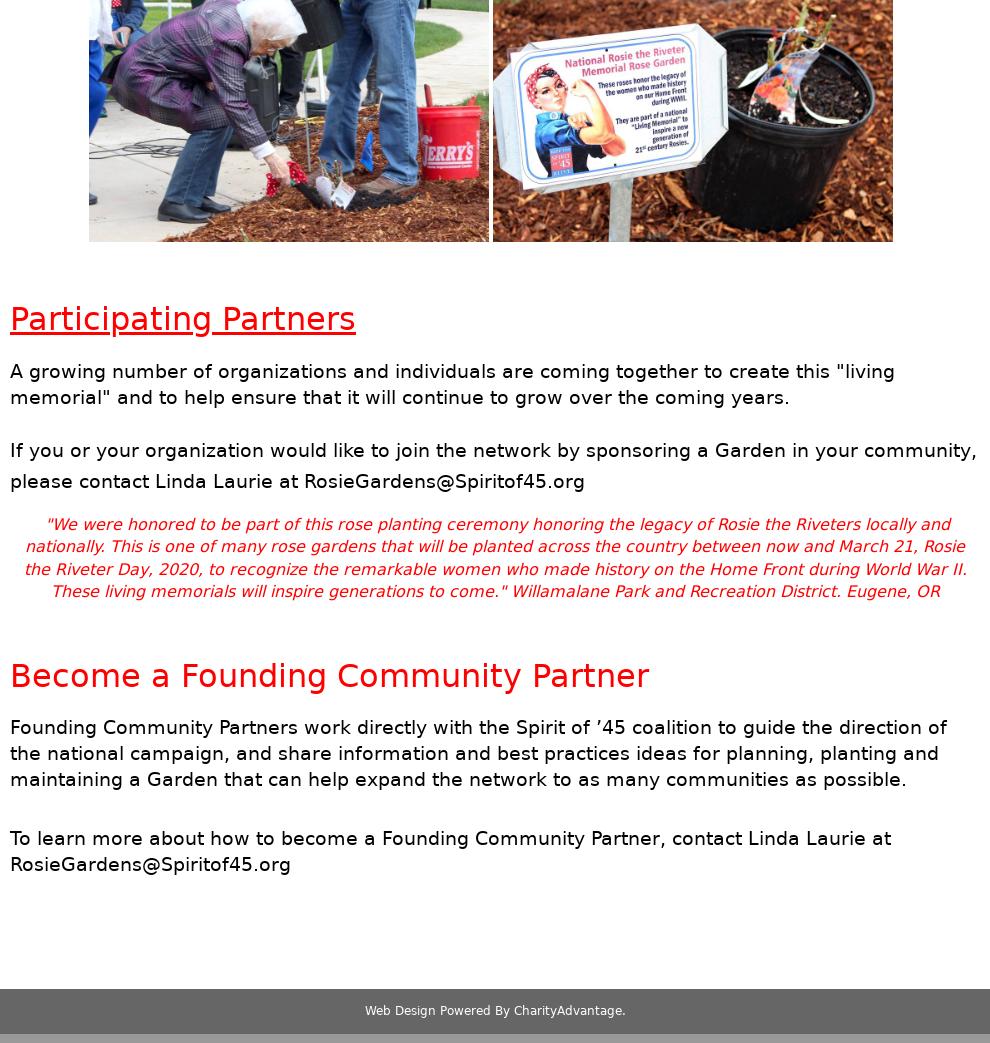 The height and width of the screenshot is (1043, 990). What do you see at coordinates (493, 463) in the screenshot?
I see `'If you or your organization would like to join the network by sponsoring a Garden in your community, please contact Linda Laurie at RosieGardens@Spiritof45.org'` at bounding box center [493, 463].